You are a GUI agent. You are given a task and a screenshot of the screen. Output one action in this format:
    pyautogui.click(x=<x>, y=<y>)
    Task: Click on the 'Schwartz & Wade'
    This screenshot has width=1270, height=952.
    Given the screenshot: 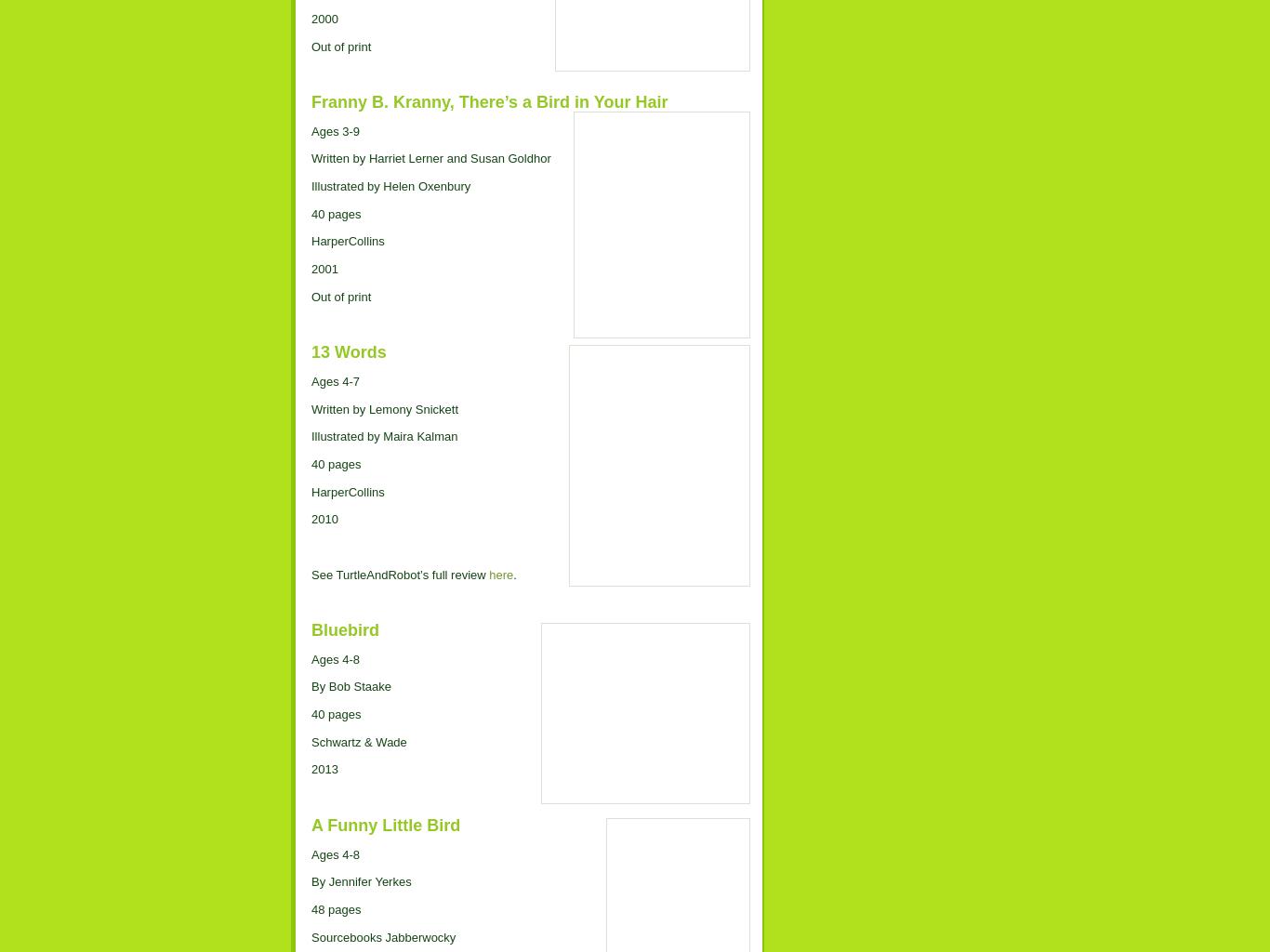 What is the action you would take?
    pyautogui.click(x=358, y=741)
    